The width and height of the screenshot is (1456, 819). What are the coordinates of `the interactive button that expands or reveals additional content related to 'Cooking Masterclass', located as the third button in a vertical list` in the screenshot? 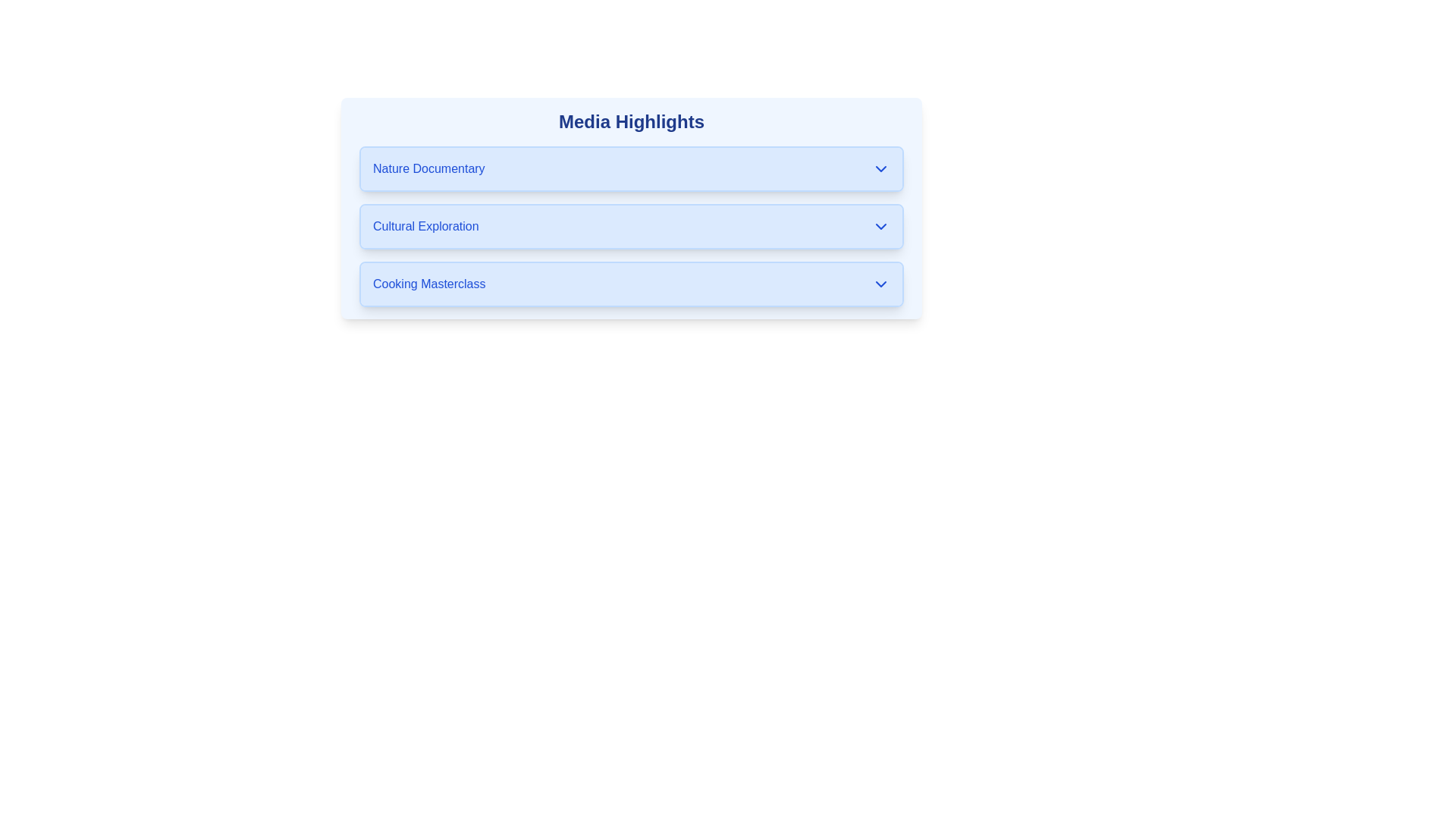 It's located at (632, 284).